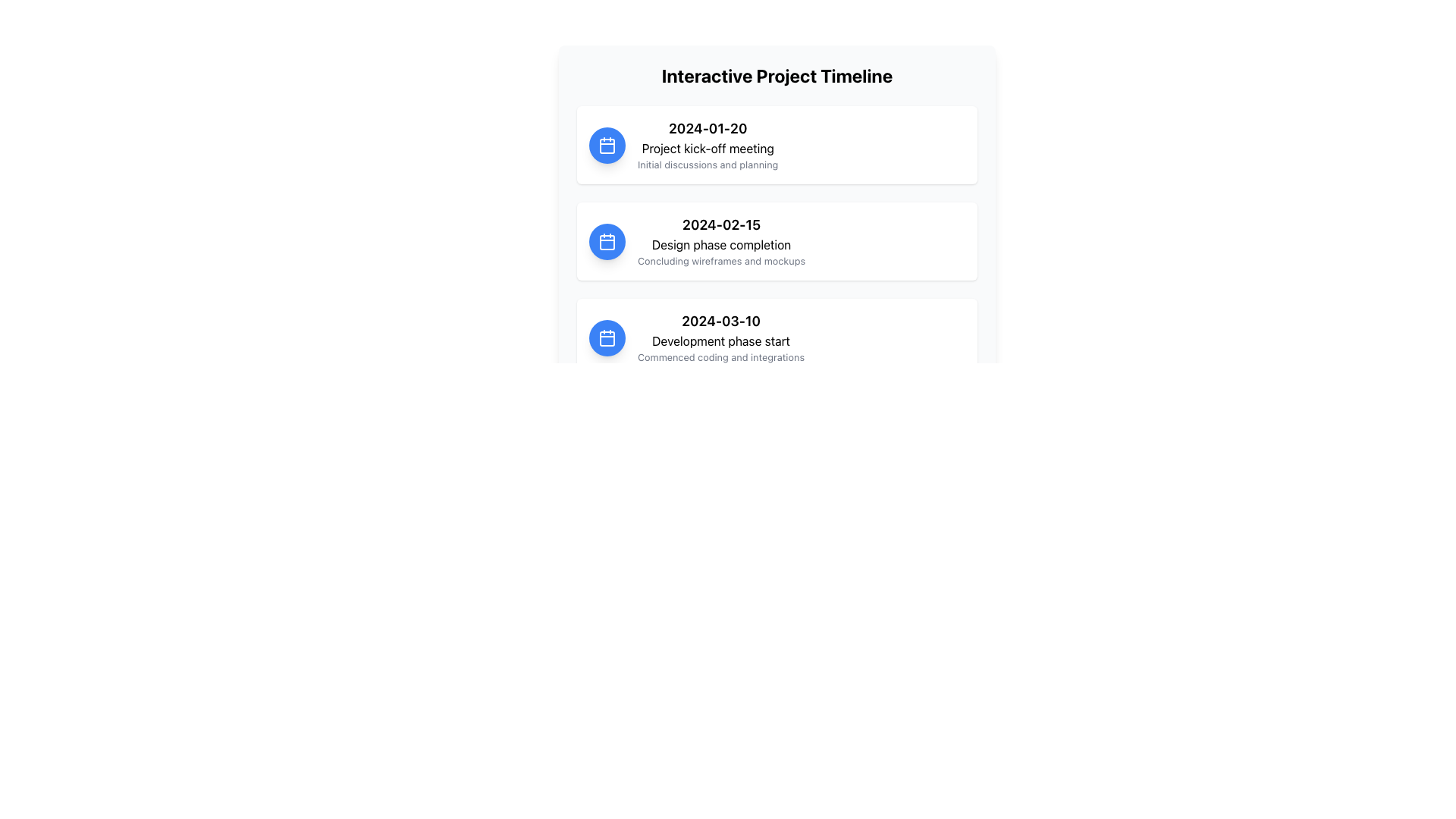  I want to click on details within each item of the project timeline list, which is centrally located below the title 'Interactive Project Timeline', so click(777, 240).